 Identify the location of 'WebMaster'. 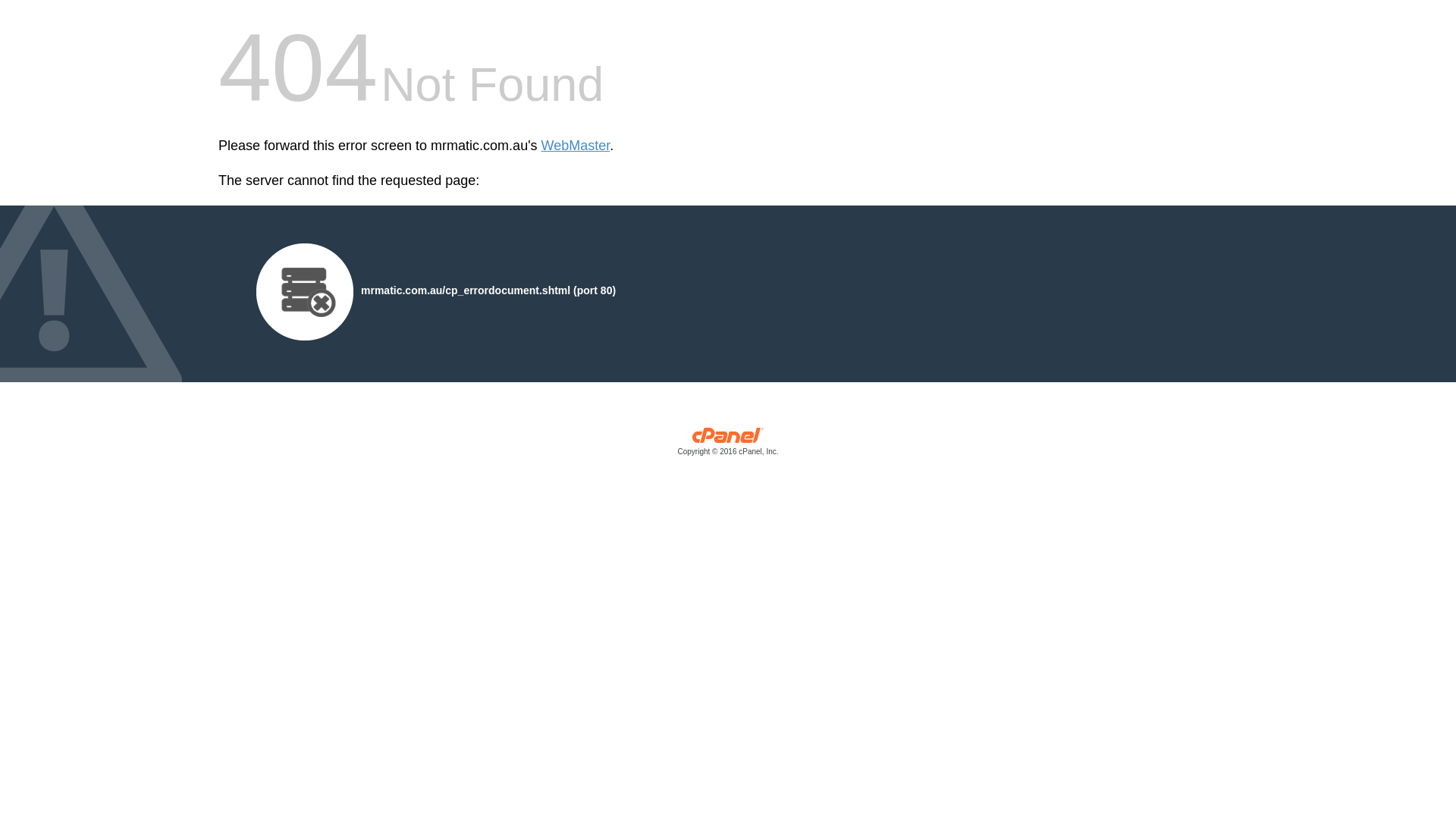
(575, 146).